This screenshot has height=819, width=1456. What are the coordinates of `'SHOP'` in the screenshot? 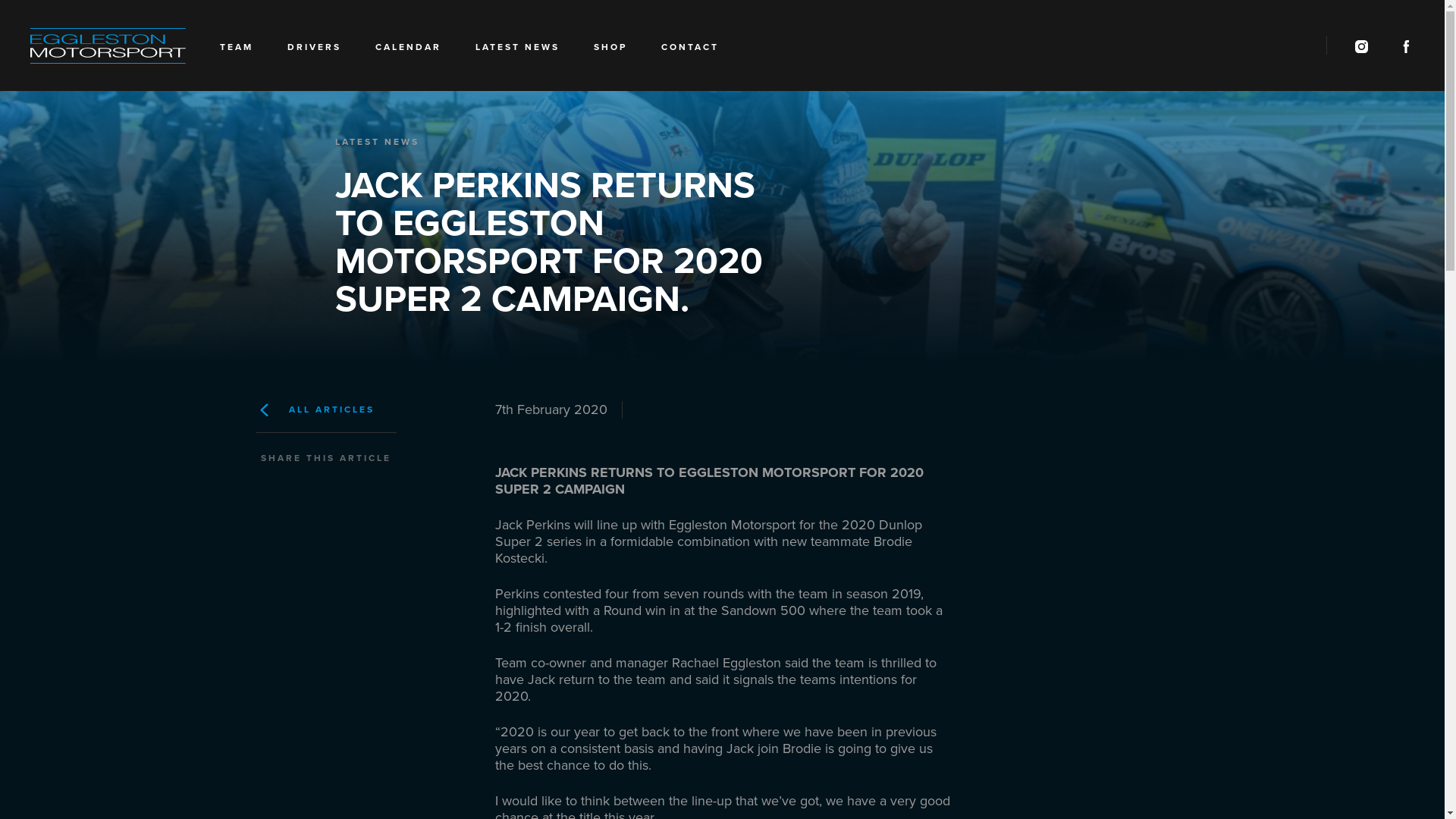 It's located at (610, 50).